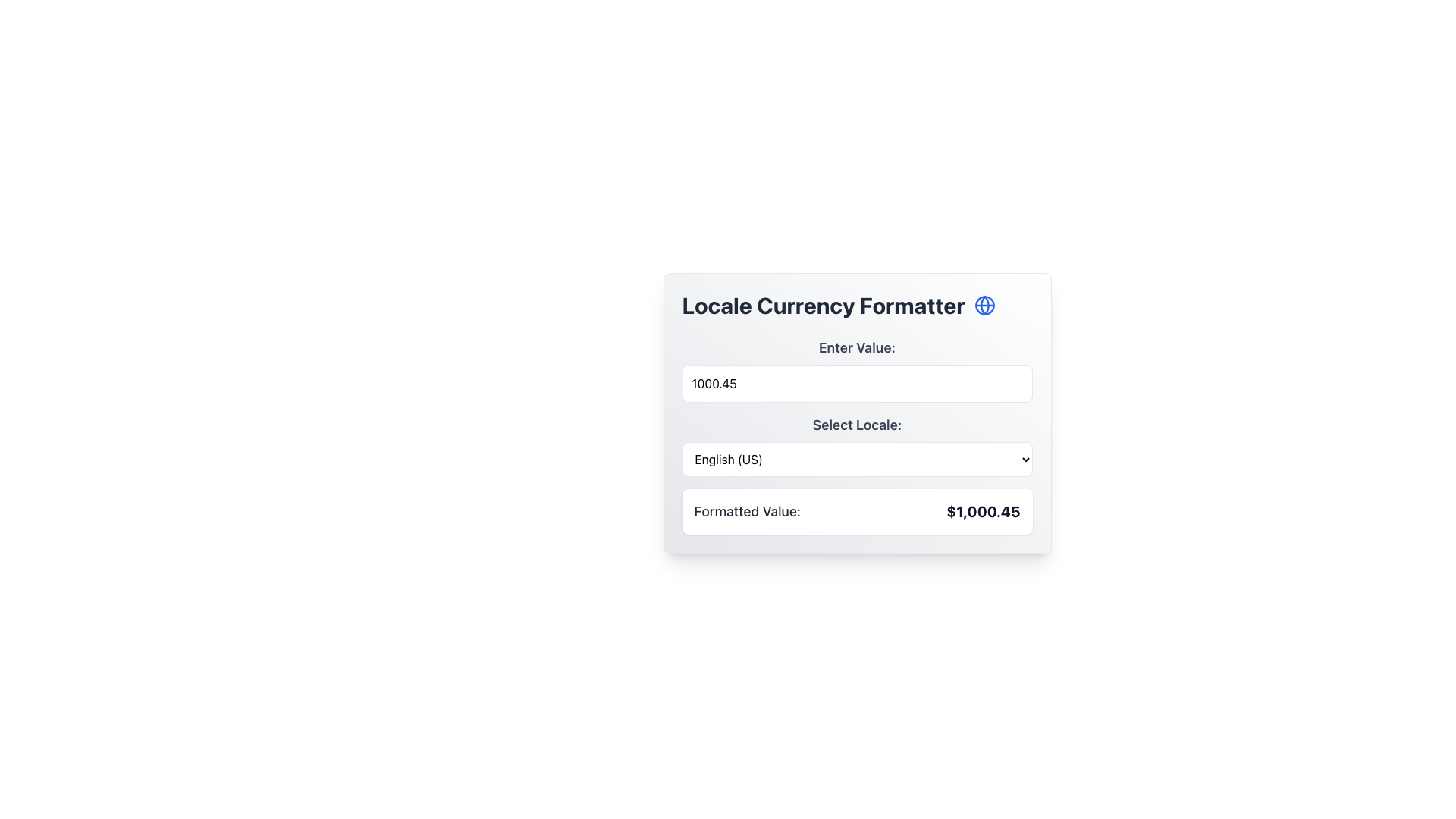  I want to click on the dropdown menu labeled 'Select Locale:' which currently displays 'English (US)', so click(857, 458).